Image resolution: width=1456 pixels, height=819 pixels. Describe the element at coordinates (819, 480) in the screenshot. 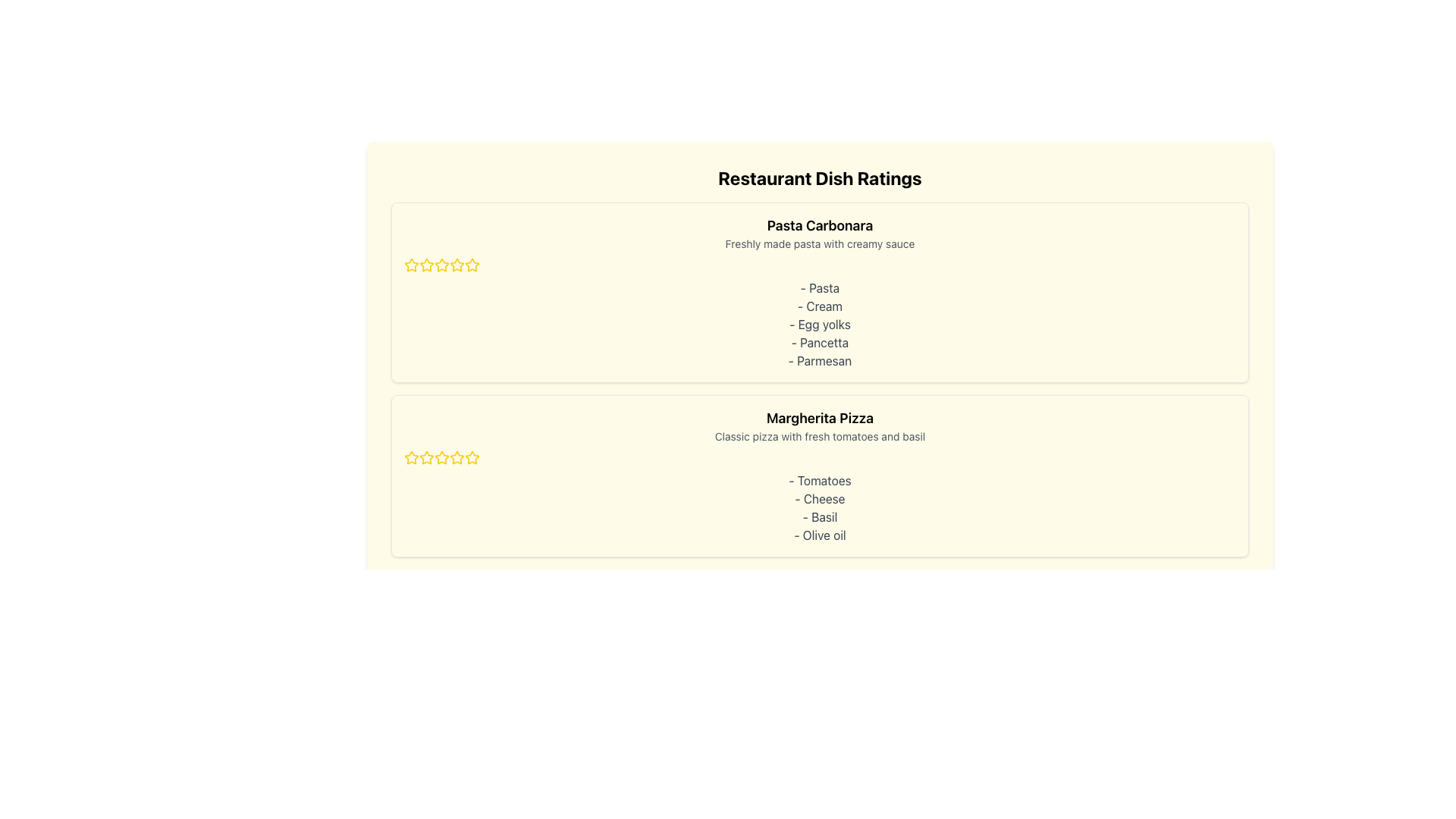

I see `text label '- Tomatoes', which is the first item in the list of ingredients for 'Margherita Pizza'` at that location.